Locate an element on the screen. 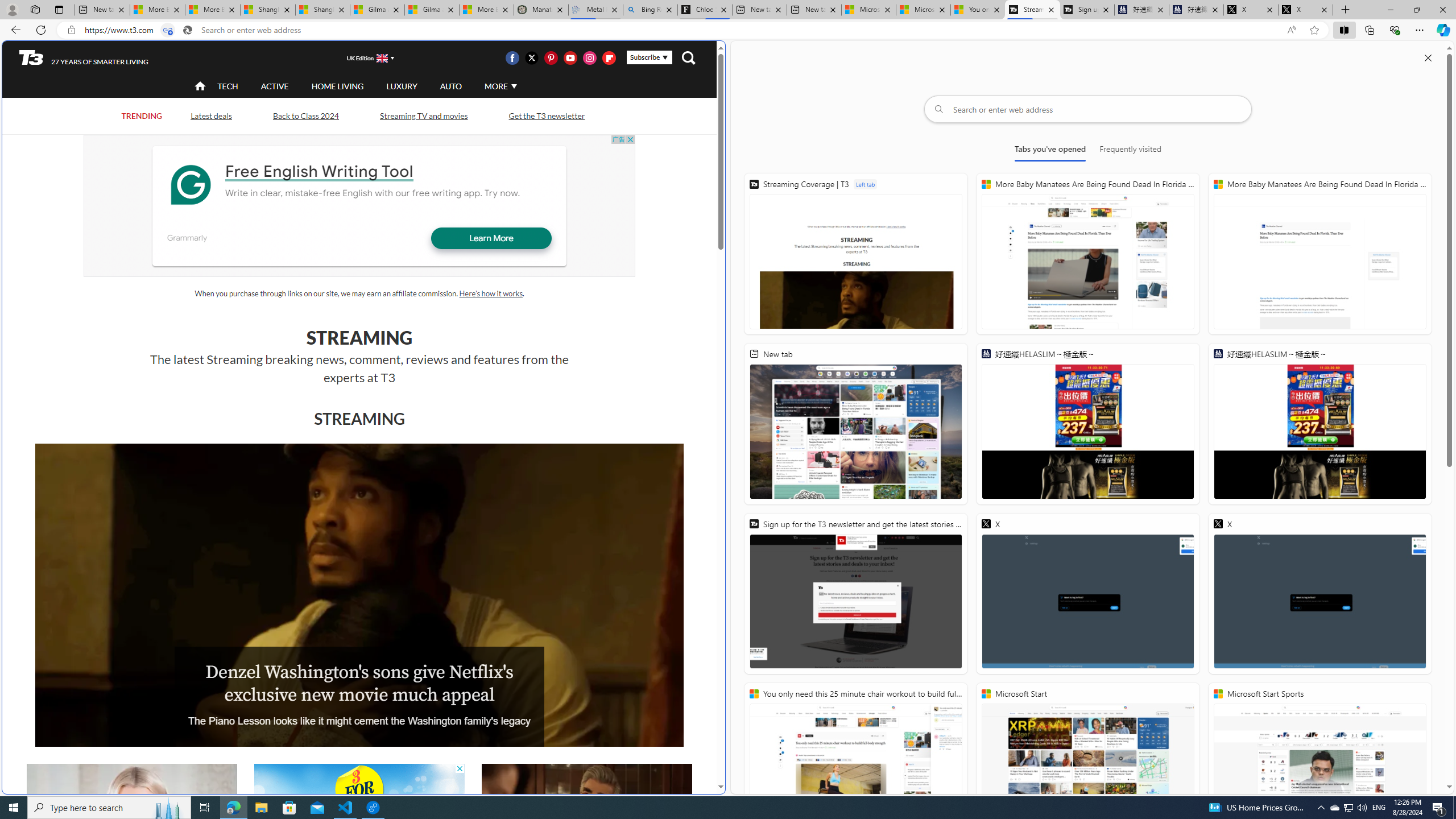 Image resolution: width=1456 pixels, height=819 pixels. 'MORE ' is located at coordinates (499, 85).